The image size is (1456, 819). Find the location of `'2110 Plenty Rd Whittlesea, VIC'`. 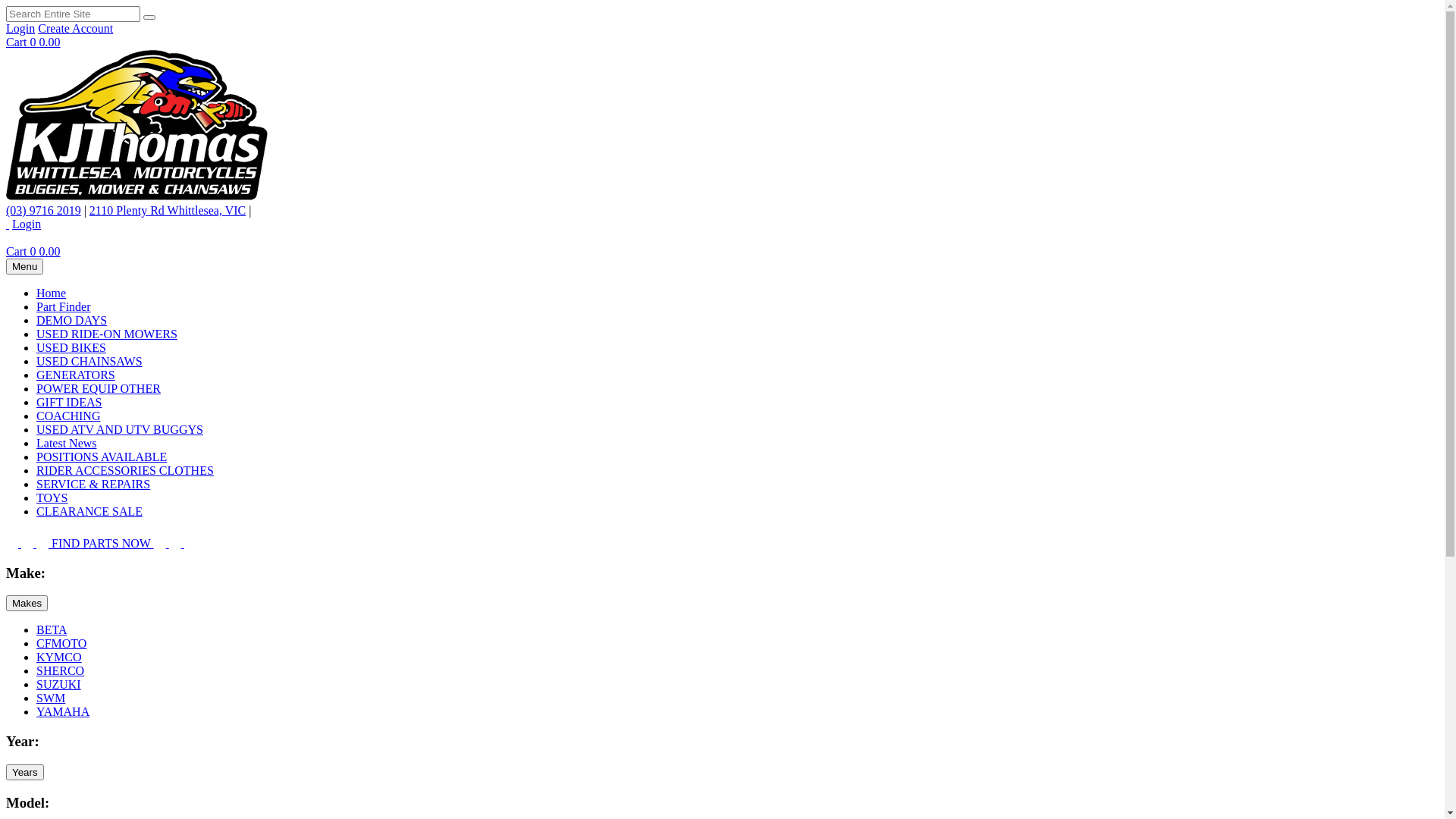

'2110 Plenty Rd Whittlesea, VIC' is located at coordinates (167, 210).